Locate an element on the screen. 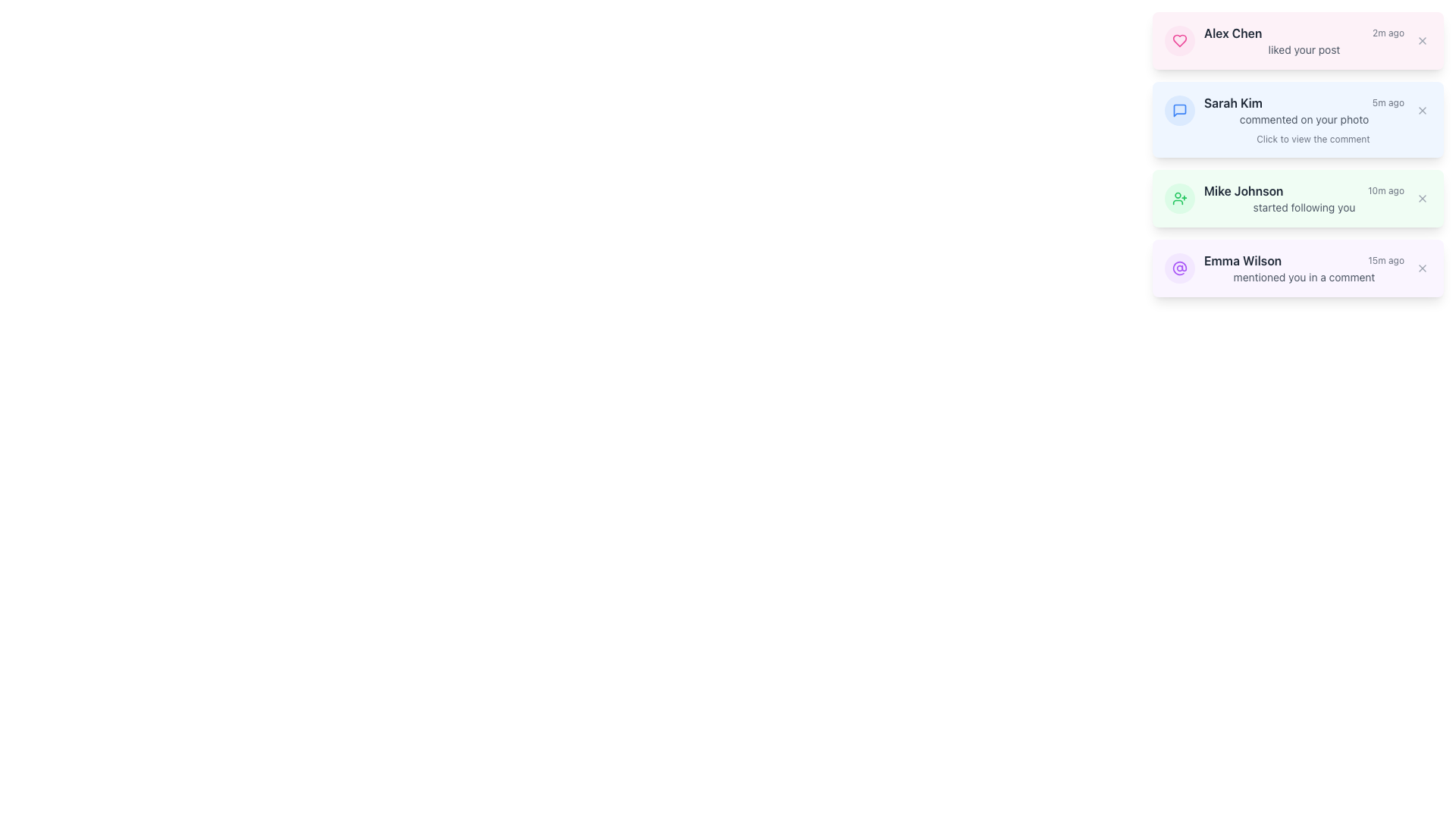 Image resolution: width=1456 pixels, height=819 pixels. the SVG icon resembling a speech bubble used for comments or messages in Sarah Kim's notification section is located at coordinates (1178, 110).